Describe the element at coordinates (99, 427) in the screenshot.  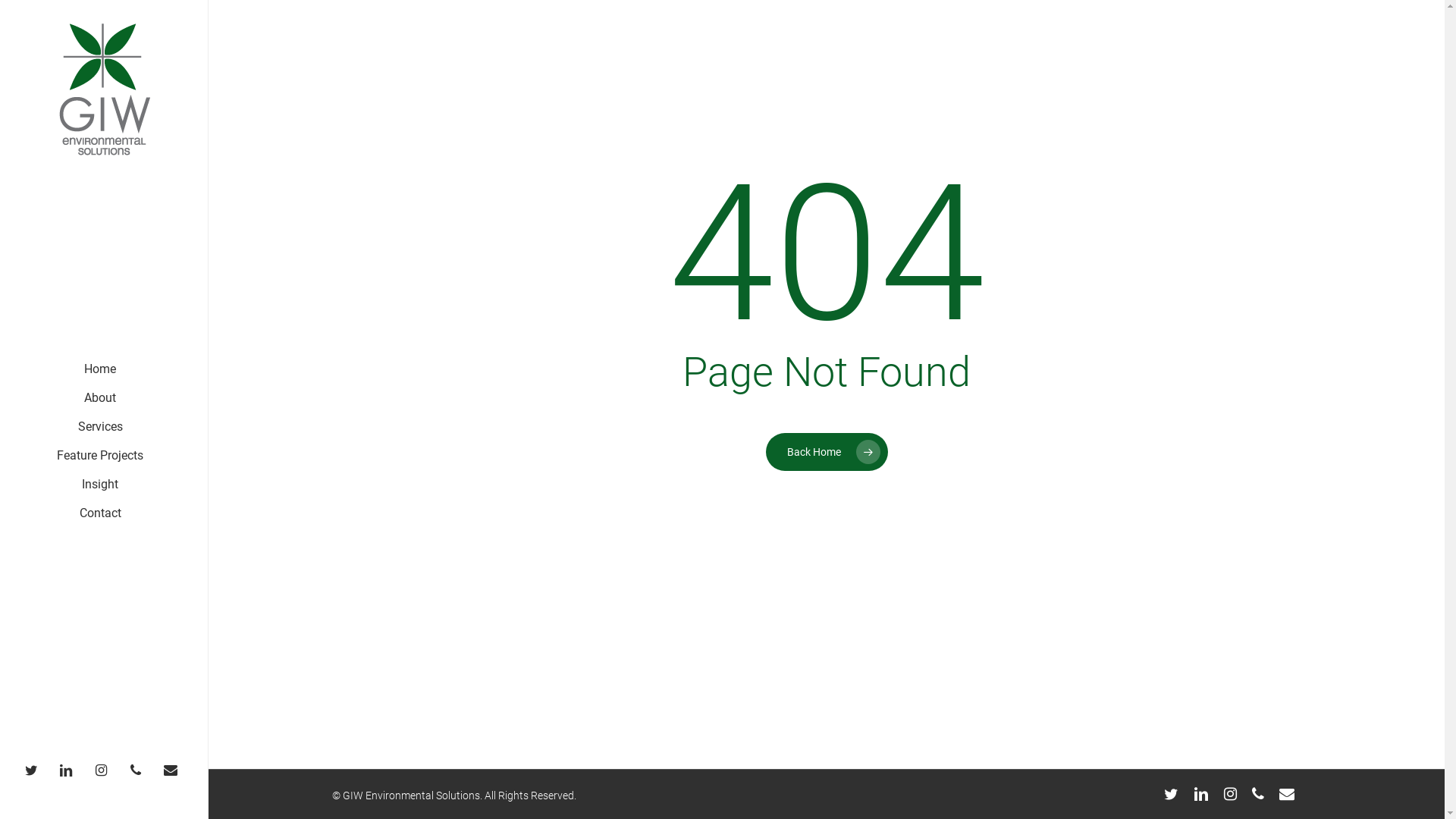
I see `'Services'` at that location.